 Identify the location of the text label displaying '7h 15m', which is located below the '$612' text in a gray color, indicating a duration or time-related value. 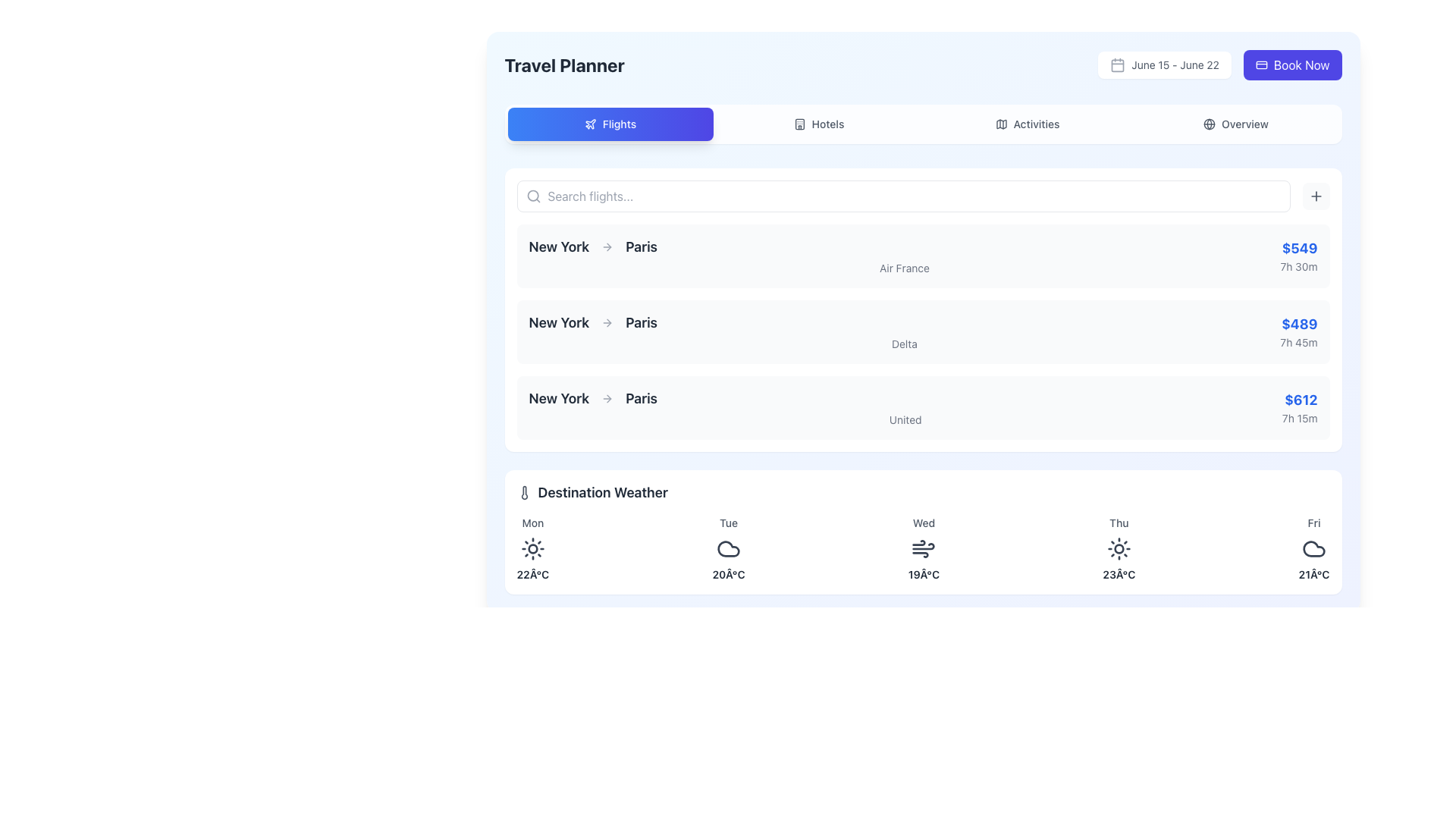
(1299, 418).